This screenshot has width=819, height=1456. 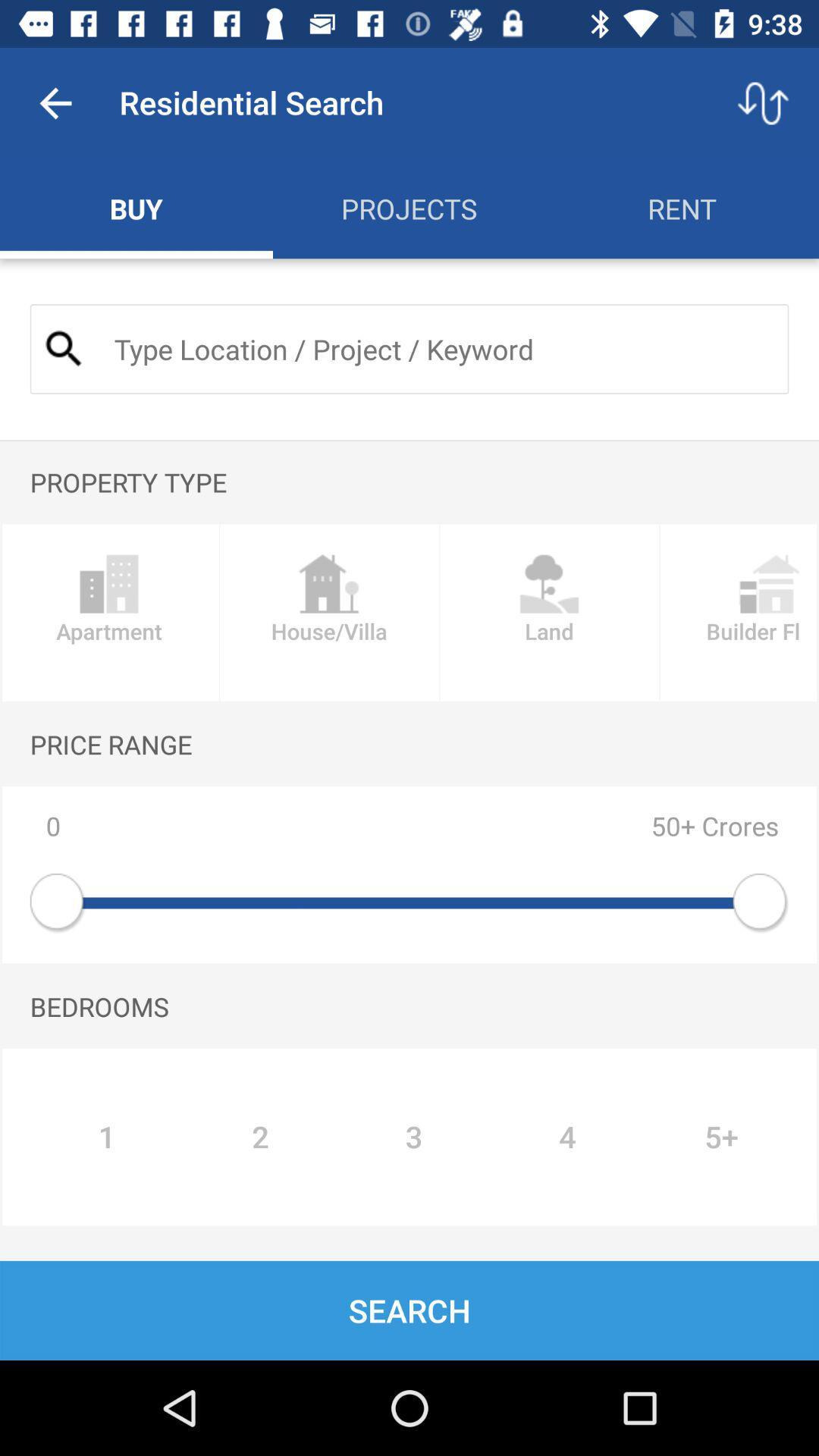 What do you see at coordinates (259, 1137) in the screenshot?
I see `2` at bounding box center [259, 1137].